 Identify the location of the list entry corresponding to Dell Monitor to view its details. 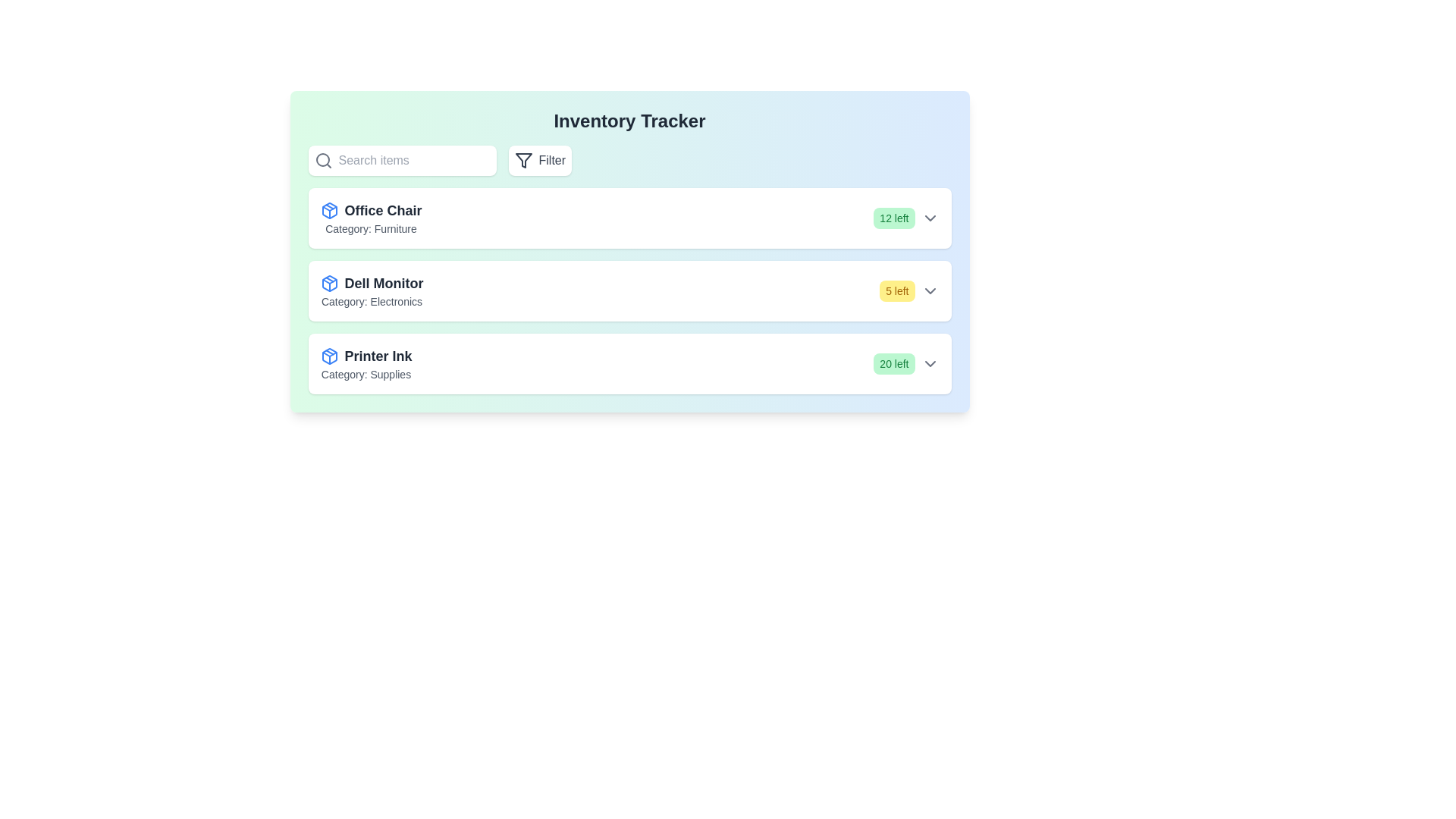
(629, 291).